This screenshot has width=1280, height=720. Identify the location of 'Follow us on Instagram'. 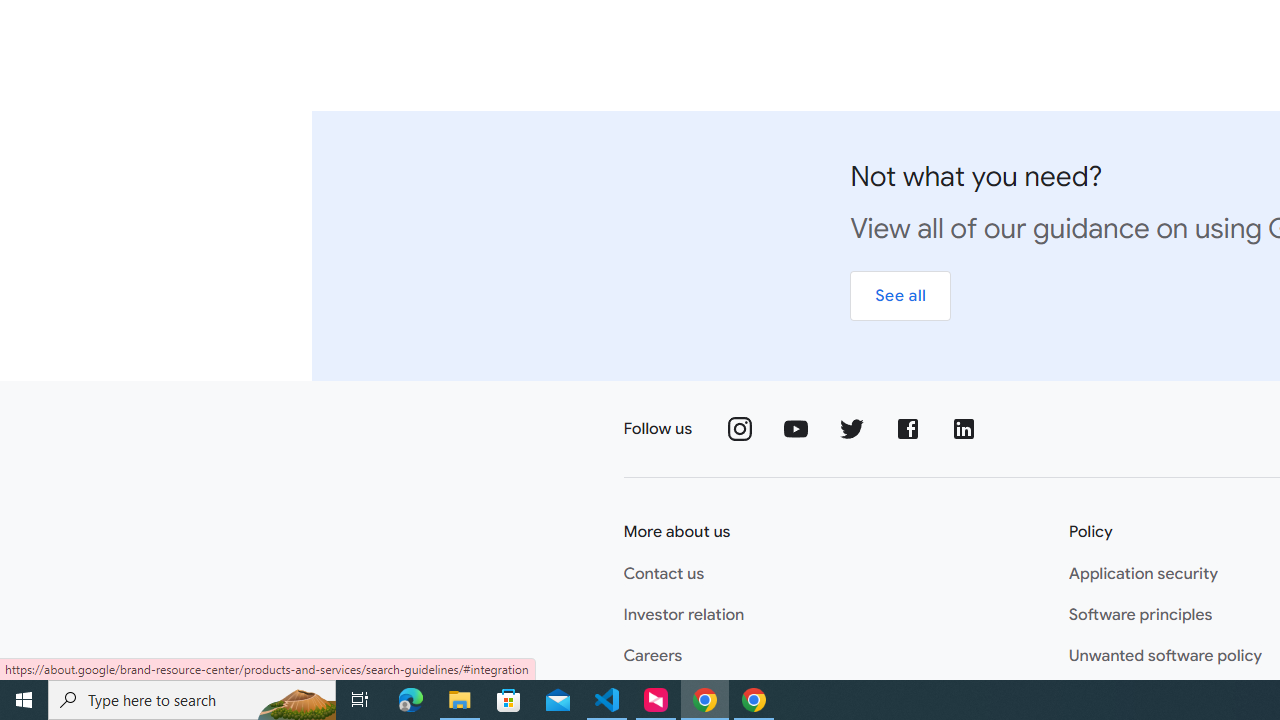
(739, 428).